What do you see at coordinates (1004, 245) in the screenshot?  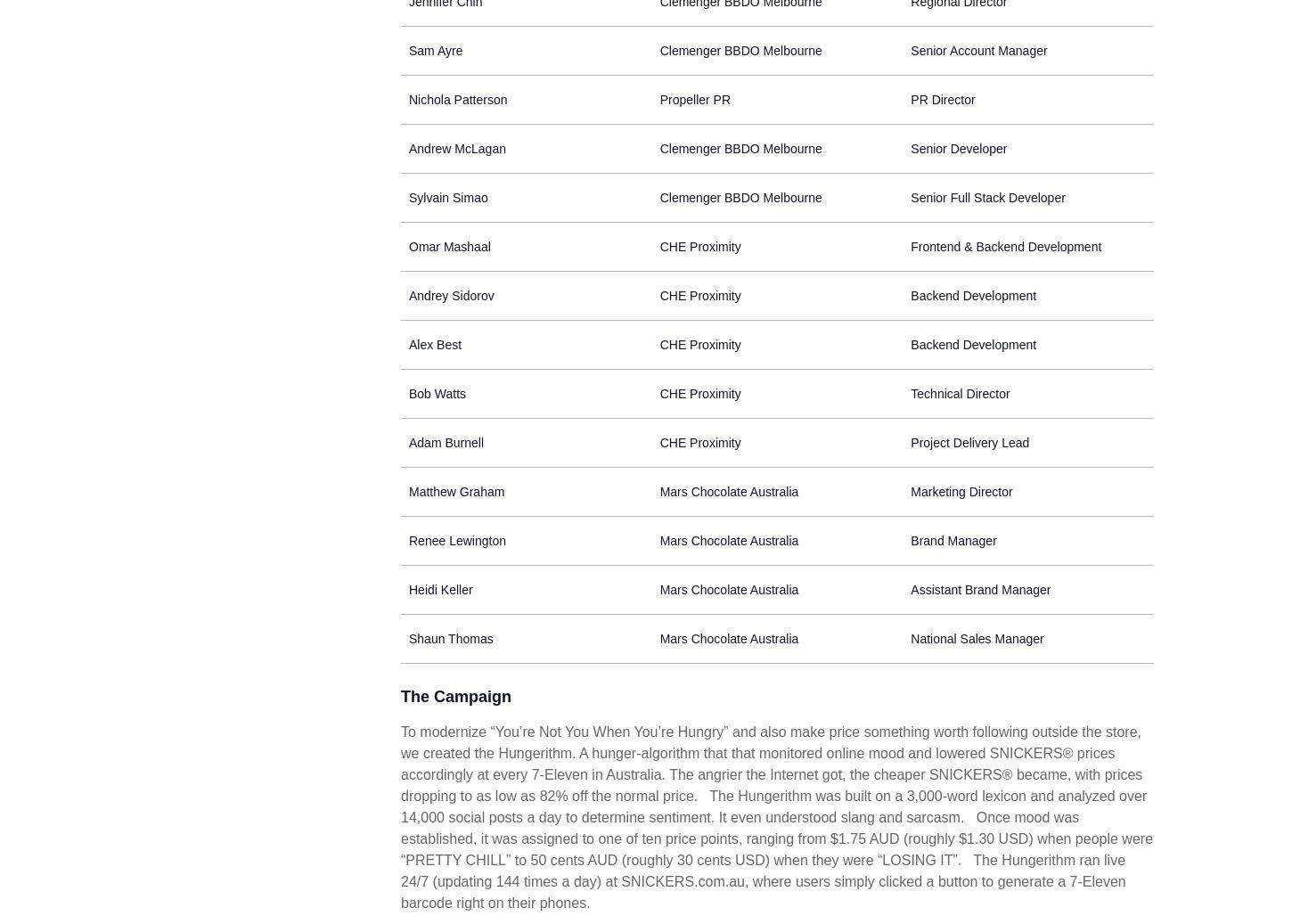 I see `'Frontend & Backend Development'` at bounding box center [1004, 245].